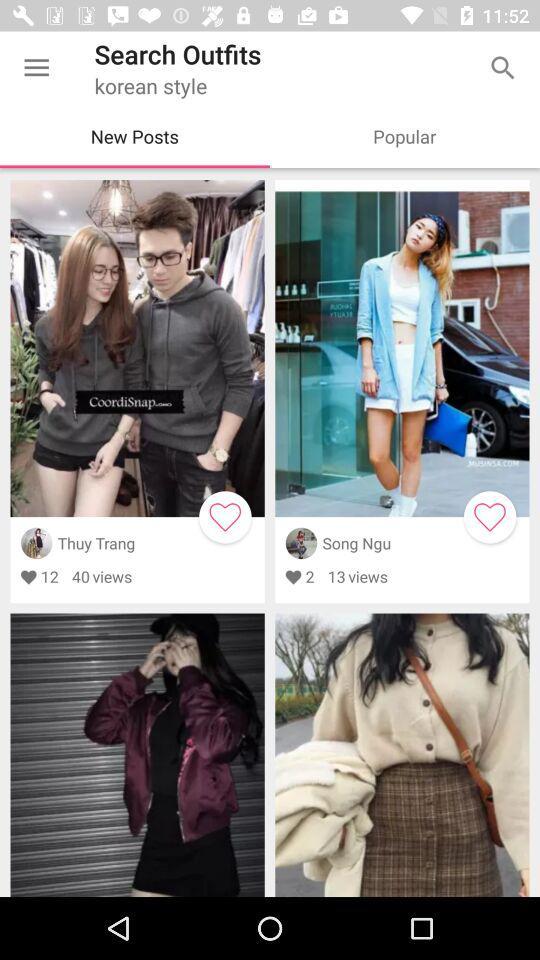 This screenshot has height=960, width=540. I want to click on the icon to the left of the search outfits icon, so click(36, 68).